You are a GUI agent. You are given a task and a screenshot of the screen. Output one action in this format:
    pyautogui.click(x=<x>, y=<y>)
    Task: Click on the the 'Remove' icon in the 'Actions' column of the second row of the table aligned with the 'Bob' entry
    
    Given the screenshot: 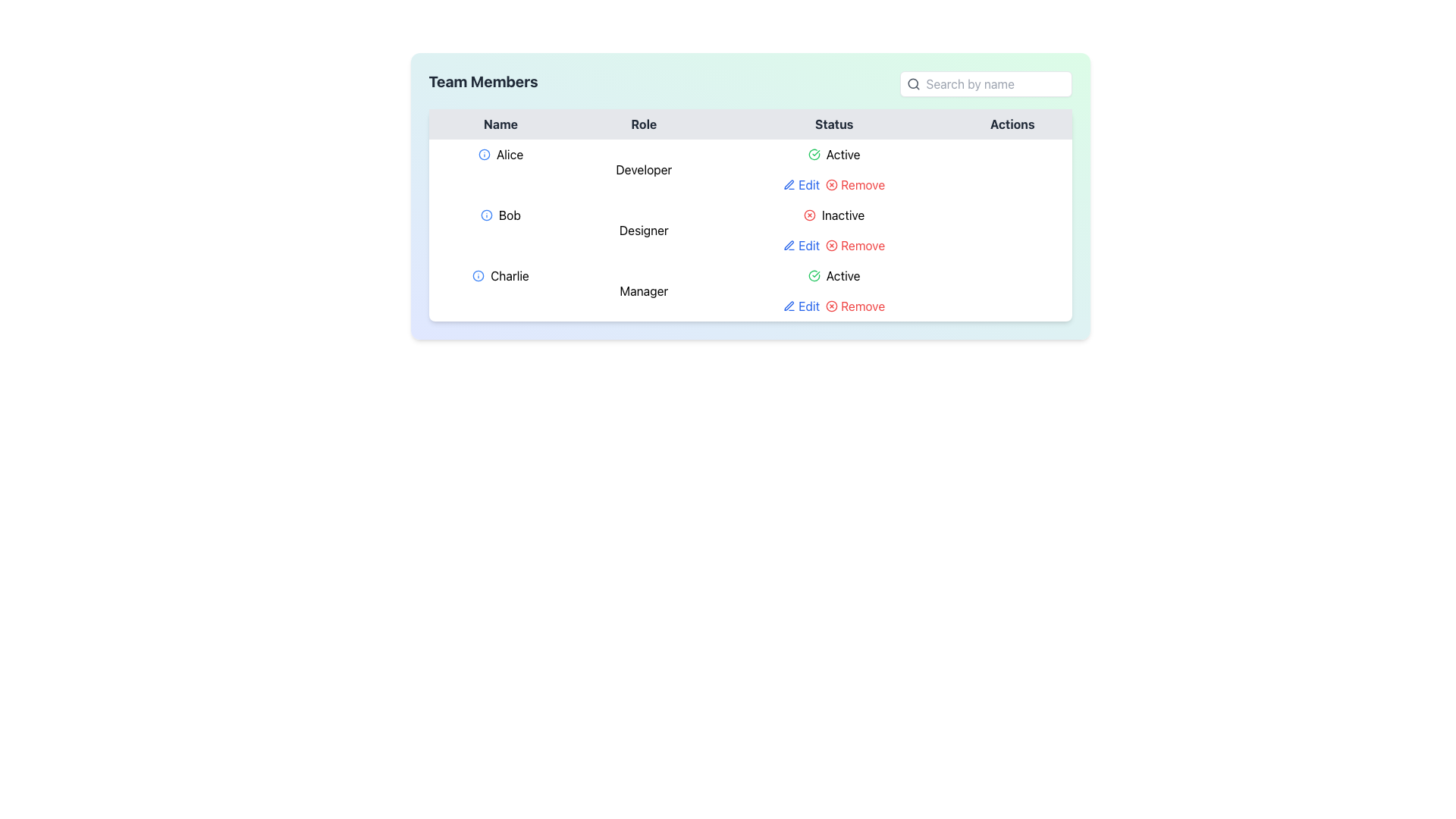 What is the action you would take?
    pyautogui.click(x=831, y=245)
    